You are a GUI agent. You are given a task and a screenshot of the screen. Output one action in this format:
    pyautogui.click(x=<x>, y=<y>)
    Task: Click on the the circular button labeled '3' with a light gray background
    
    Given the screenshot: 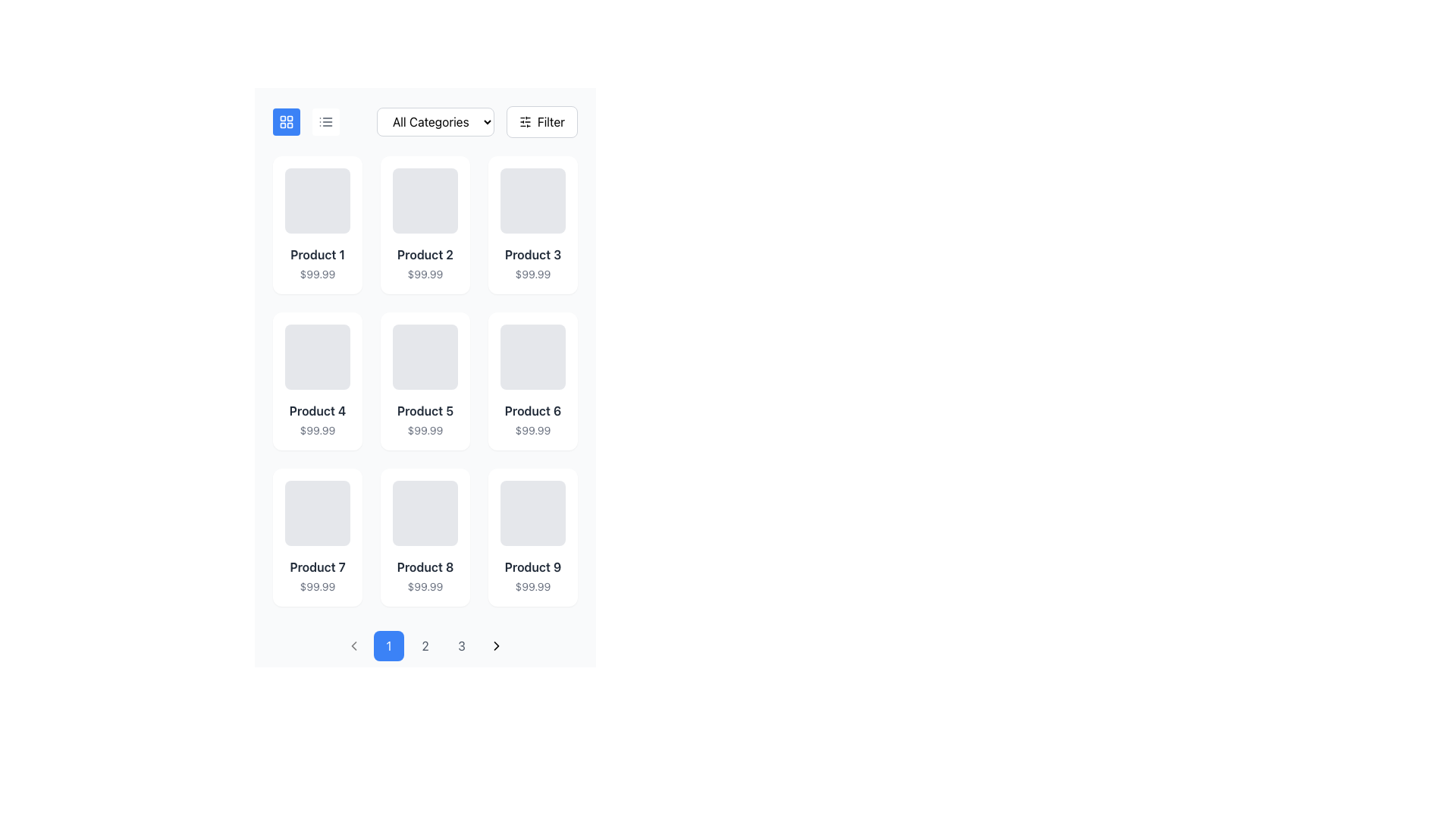 What is the action you would take?
    pyautogui.click(x=461, y=646)
    